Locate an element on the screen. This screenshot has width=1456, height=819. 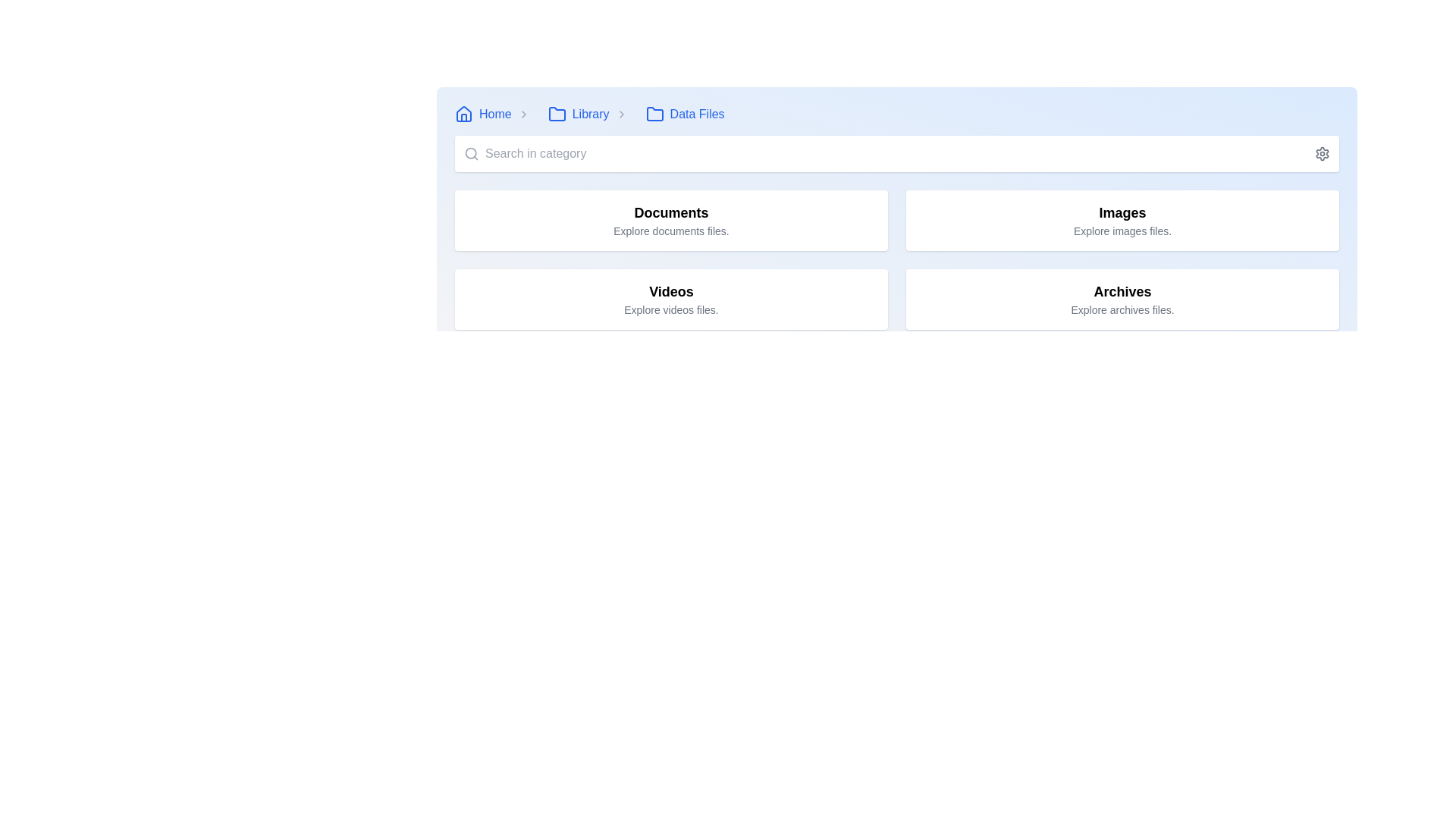
the folder icon in the breadcrumb navigation bar, located between 'Library' and 'Data Files' is located at coordinates (556, 113).